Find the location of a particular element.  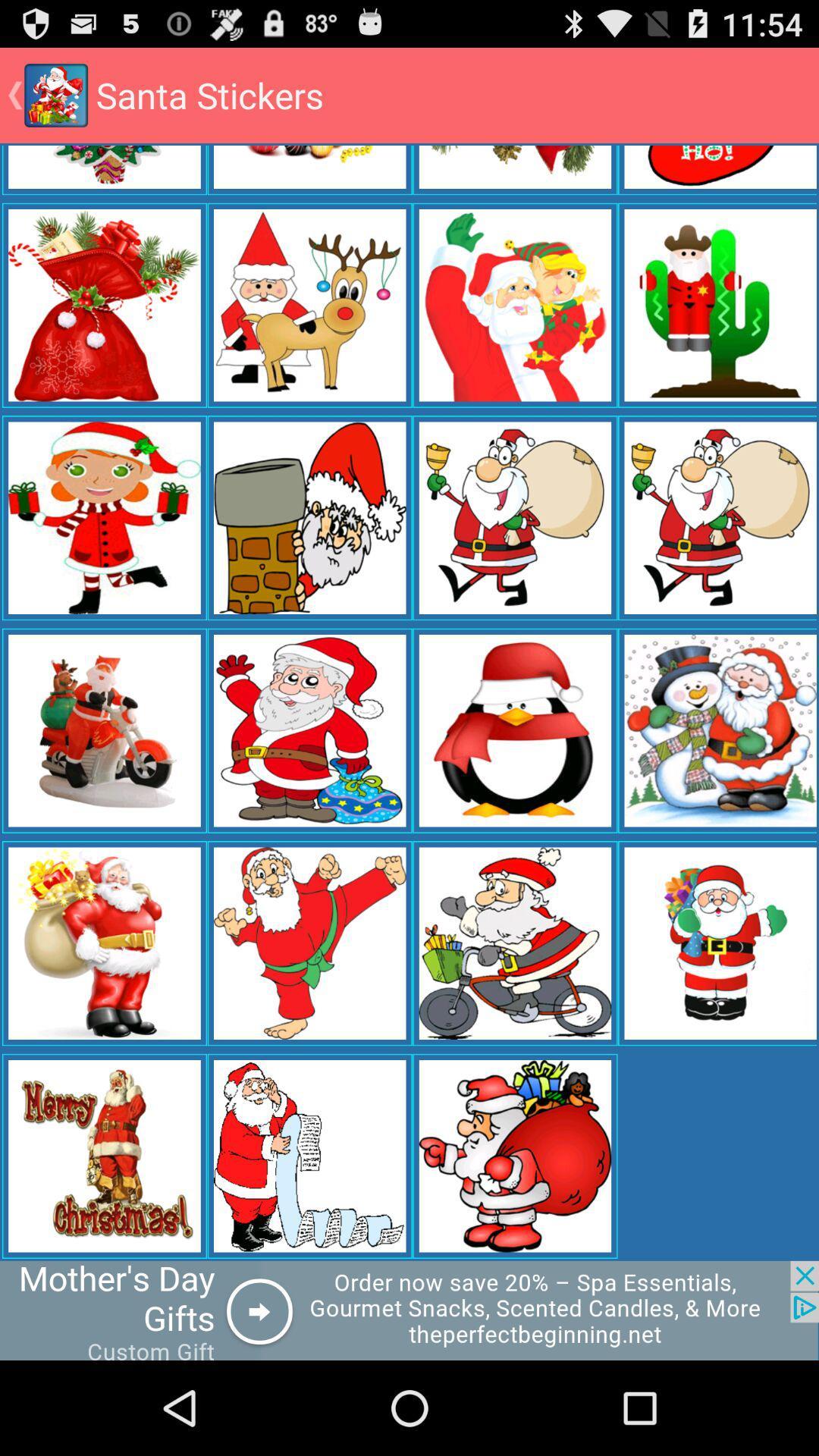

the second row third image is located at coordinates (514, 305).